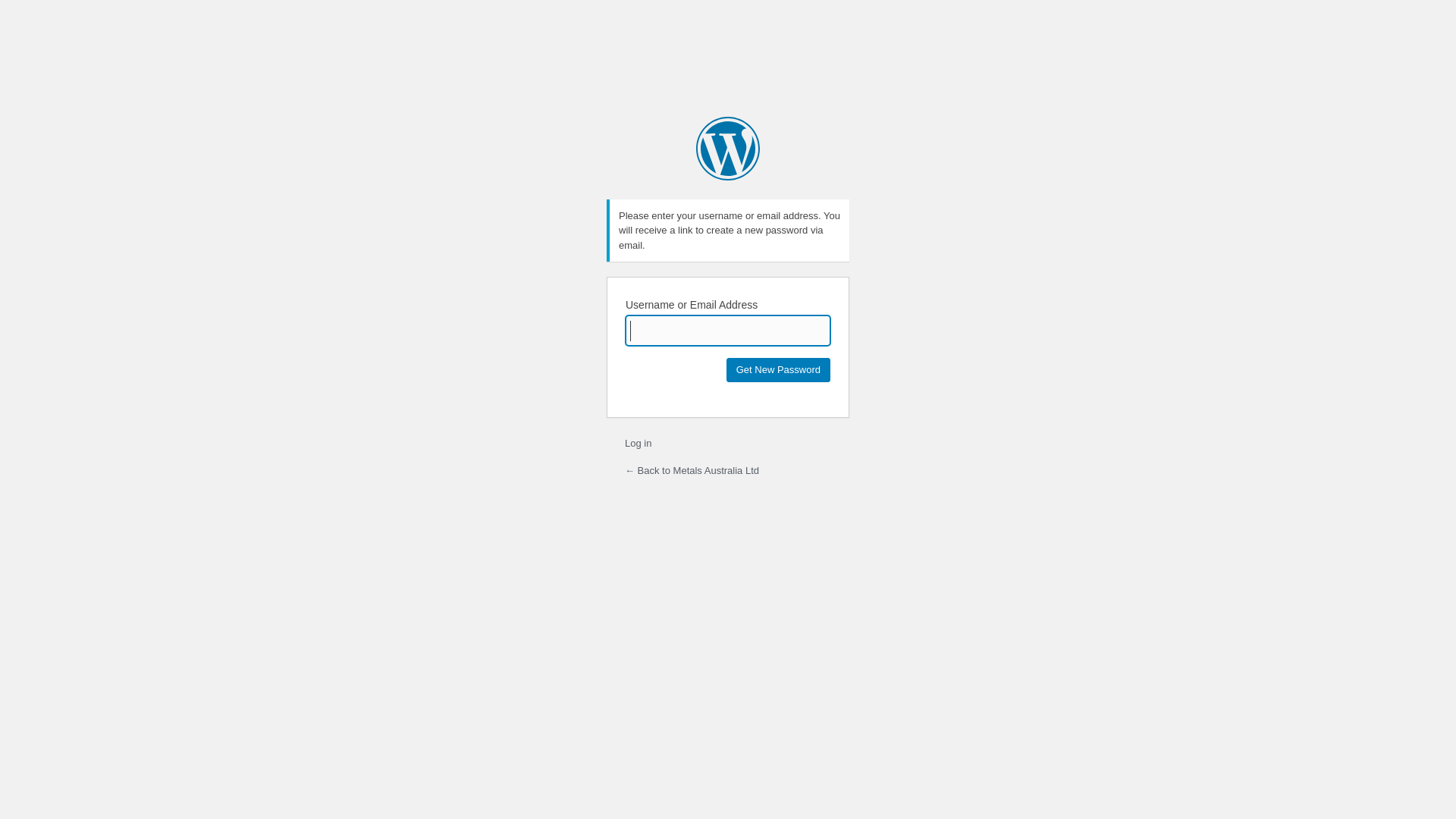  What do you see at coordinates (778, 370) in the screenshot?
I see `'Get New Password'` at bounding box center [778, 370].